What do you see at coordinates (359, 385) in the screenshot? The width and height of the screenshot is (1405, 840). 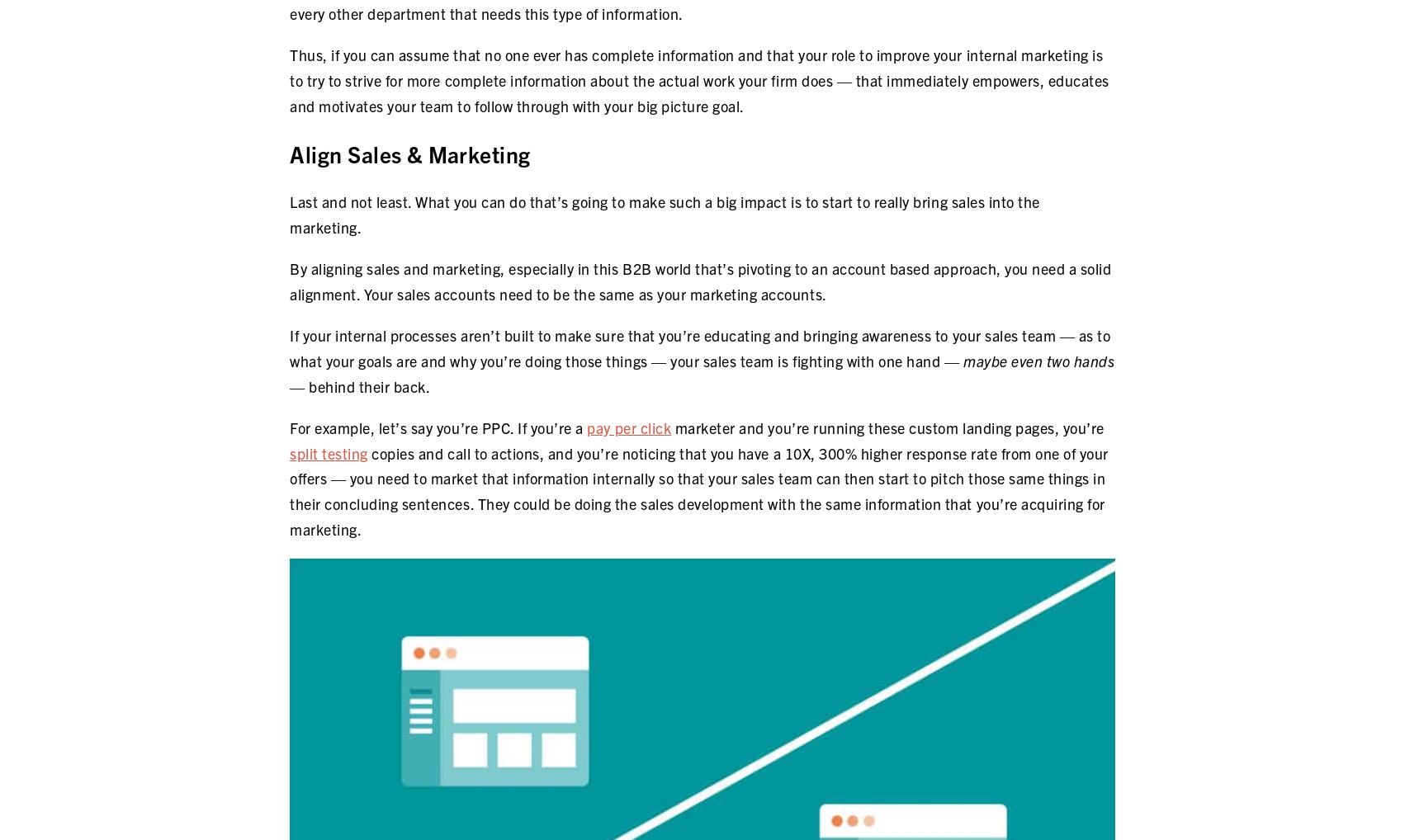 I see `'— behind their back.'` at bounding box center [359, 385].